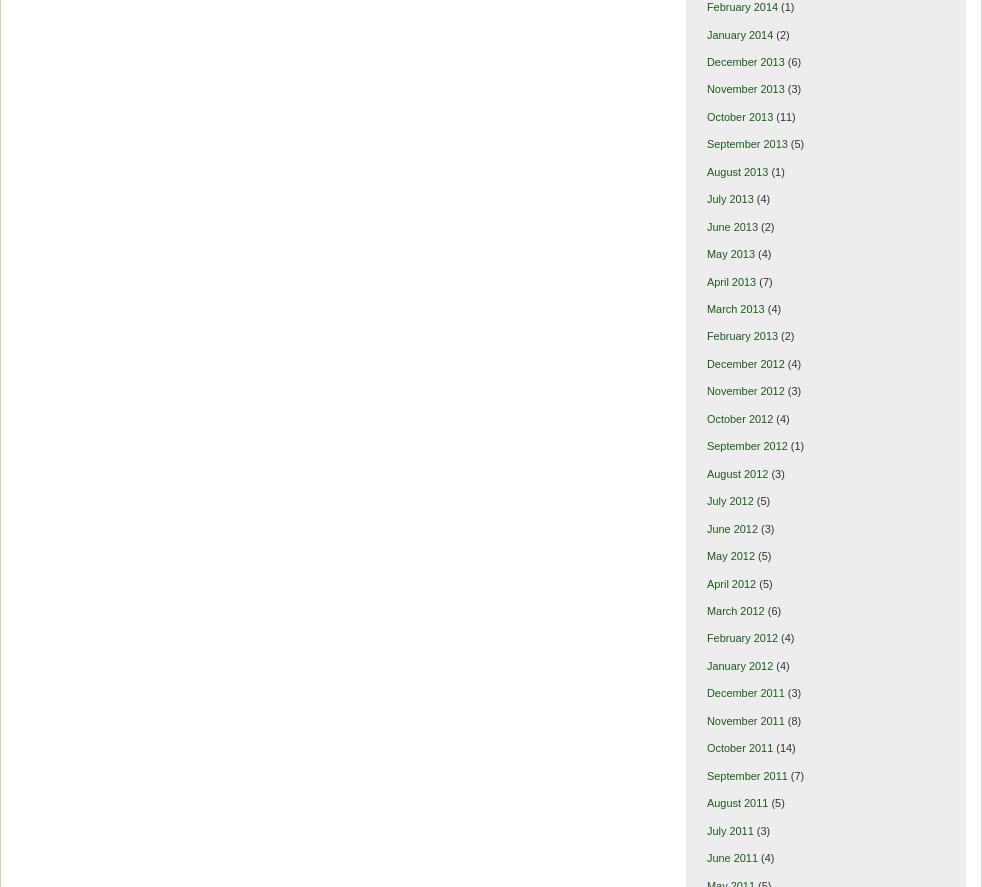 The image size is (982, 887). Describe the element at coordinates (745, 693) in the screenshot. I see `'December 2011'` at that location.